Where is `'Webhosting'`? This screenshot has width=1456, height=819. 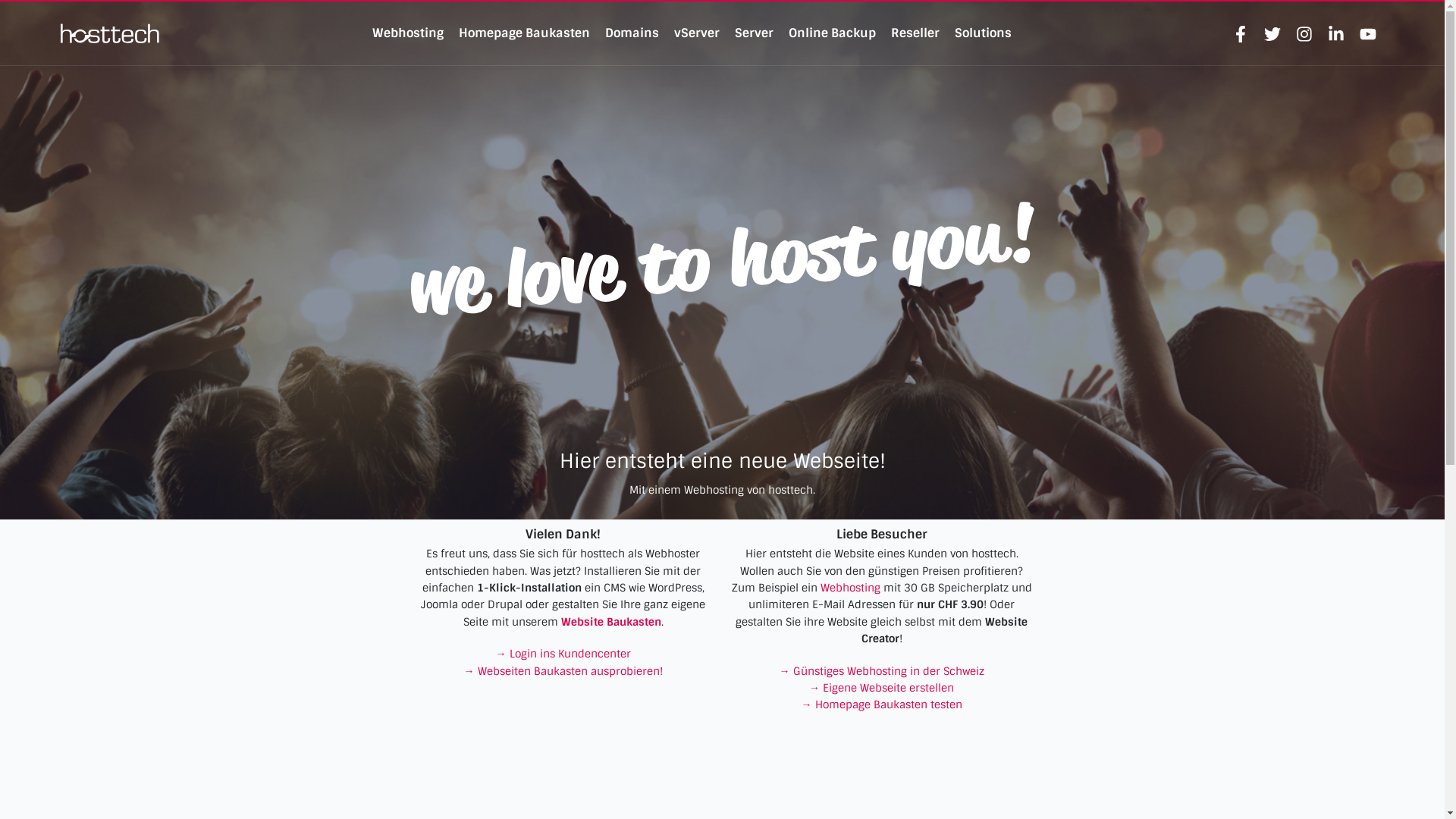 'Webhosting' is located at coordinates (407, 33).